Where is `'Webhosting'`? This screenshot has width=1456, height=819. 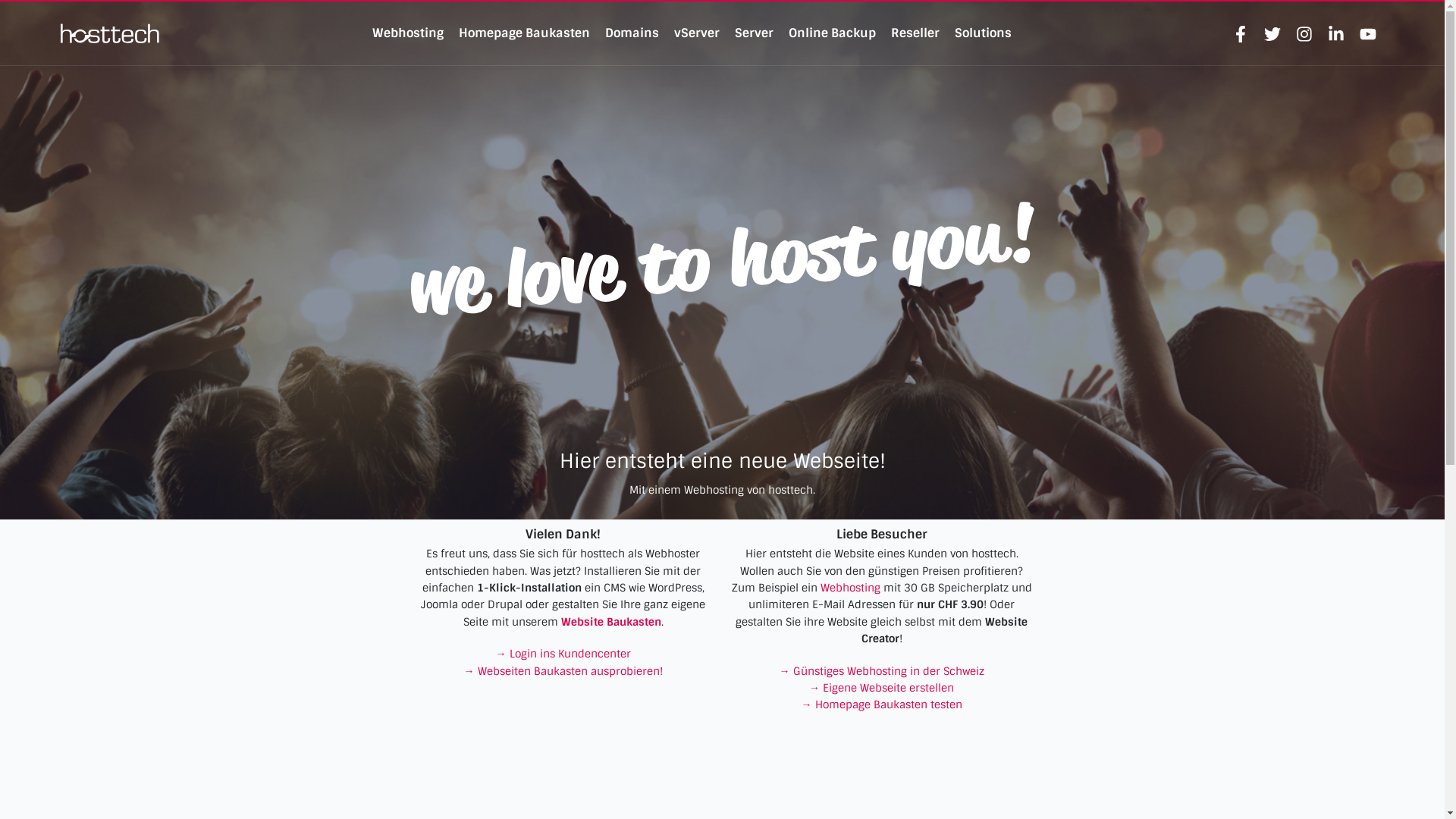 'Webhosting' is located at coordinates (407, 33).